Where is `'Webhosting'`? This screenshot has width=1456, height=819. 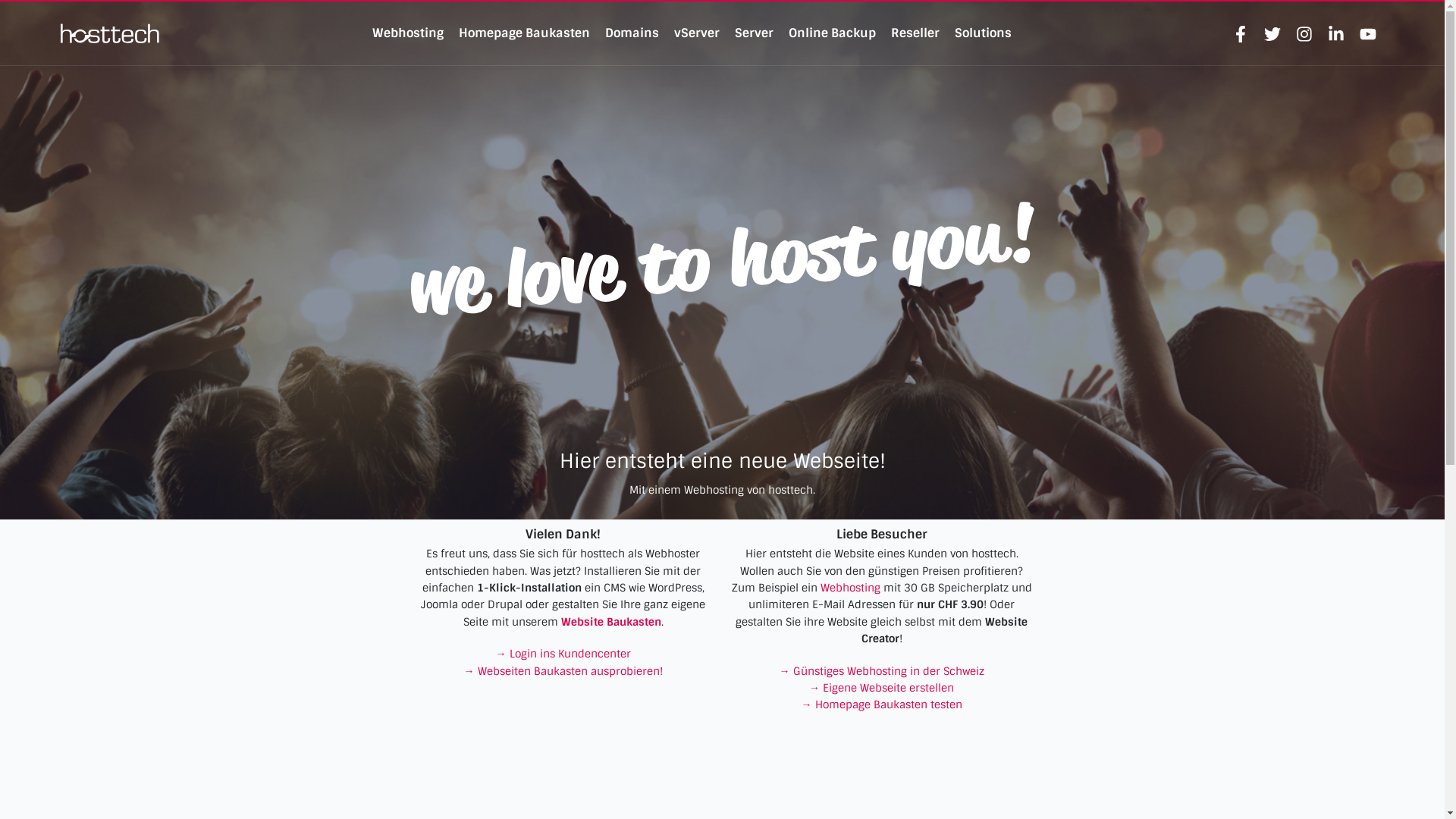 'Webhosting' is located at coordinates (407, 33).